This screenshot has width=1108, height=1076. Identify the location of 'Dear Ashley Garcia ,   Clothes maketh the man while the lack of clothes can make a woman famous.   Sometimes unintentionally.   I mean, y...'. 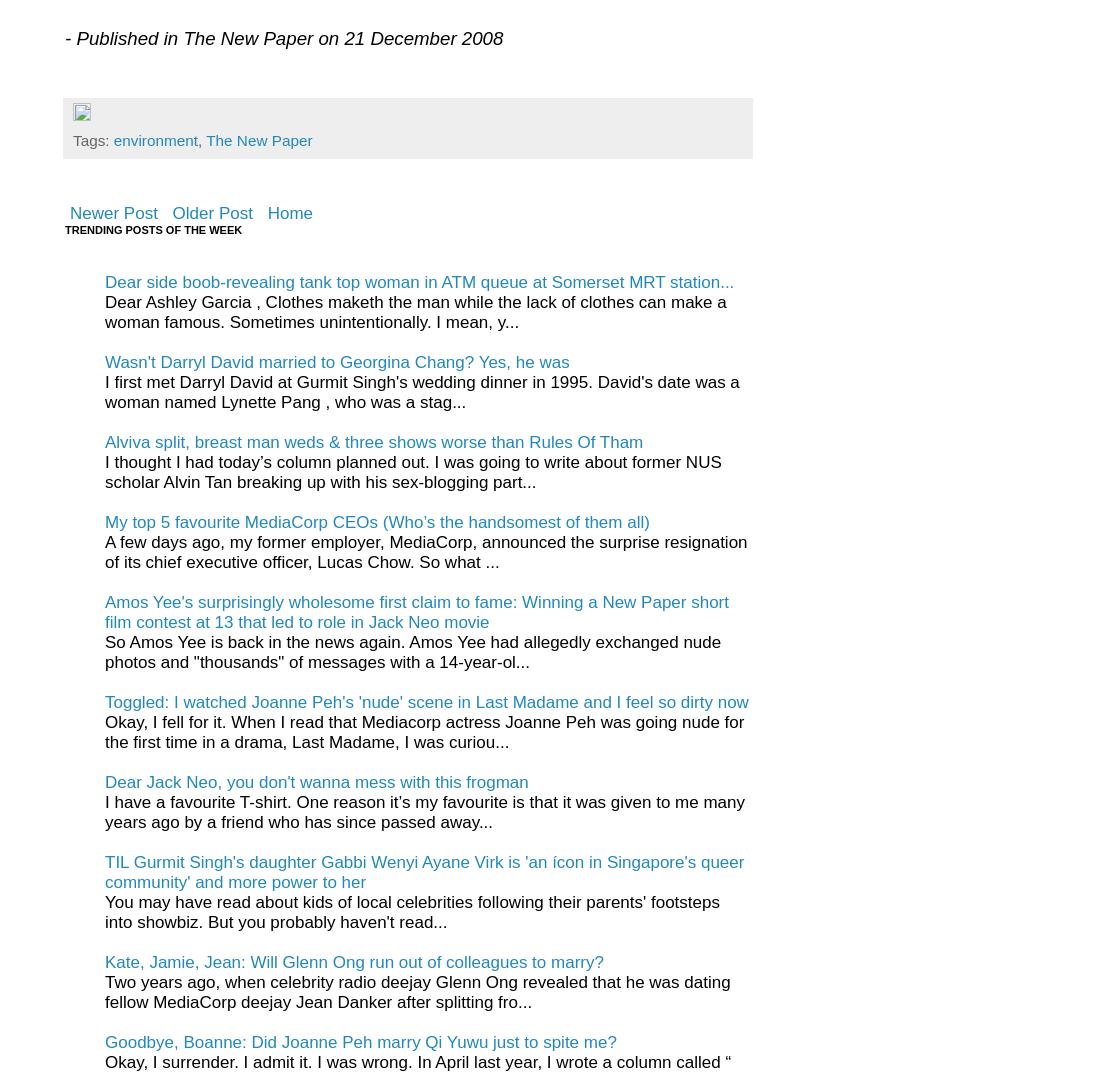
(415, 311).